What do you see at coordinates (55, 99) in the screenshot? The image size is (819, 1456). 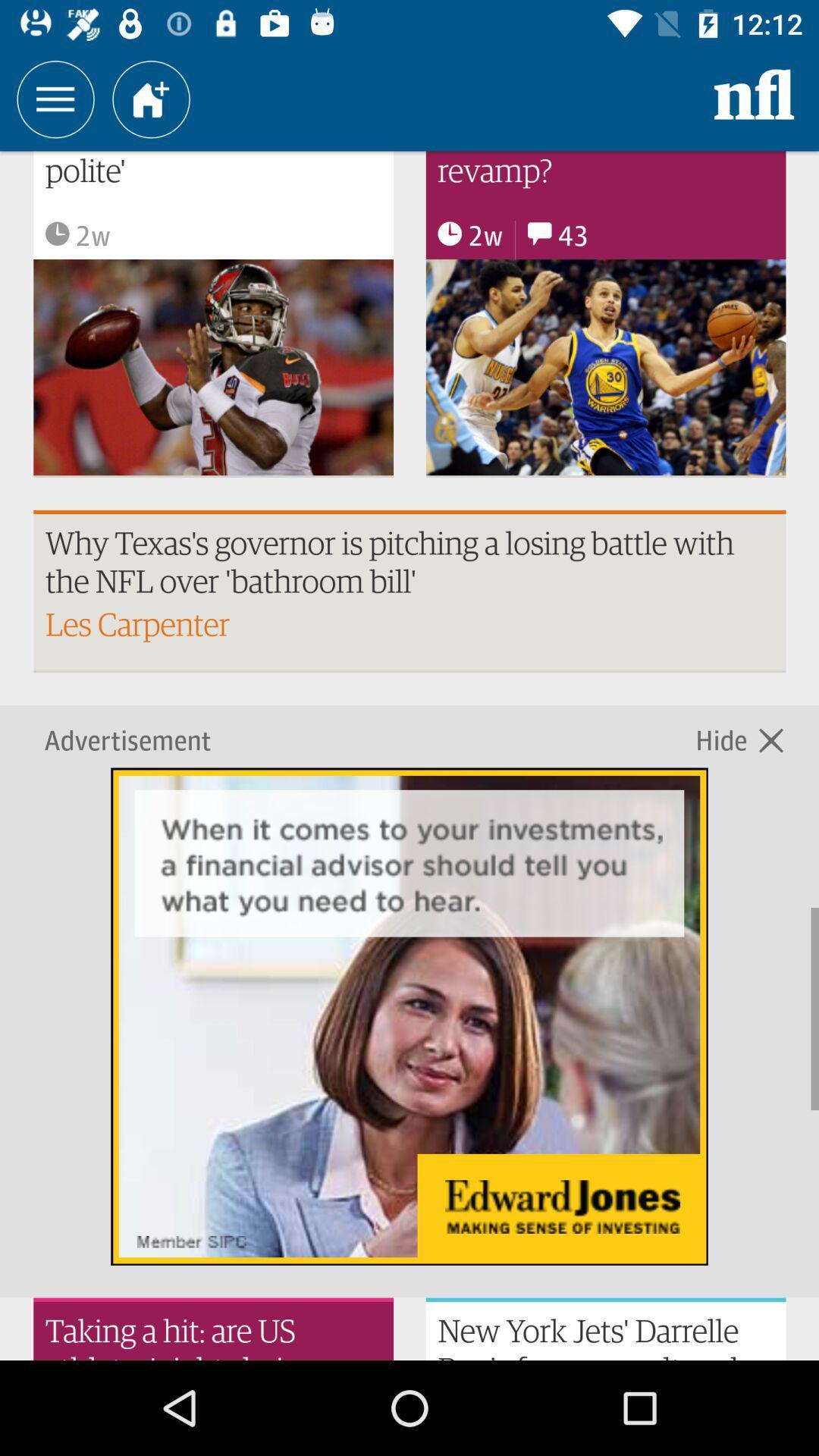 I see `the three horizontal line icon` at bounding box center [55, 99].